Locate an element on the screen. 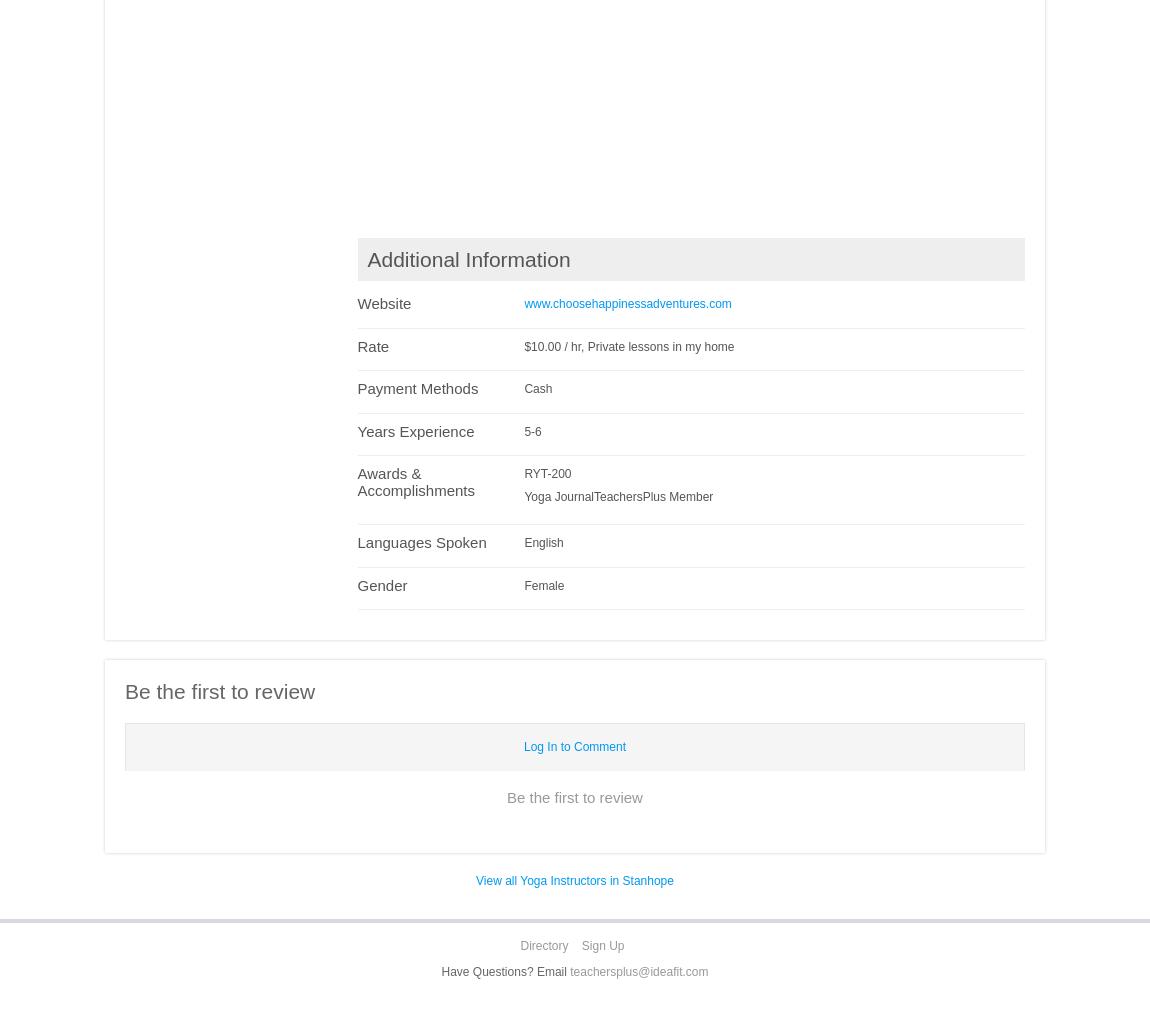 Image resolution: width=1150 pixels, height=1019 pixels. 'teachersplus@ideafit.com' is located at coordinates (638, 970).